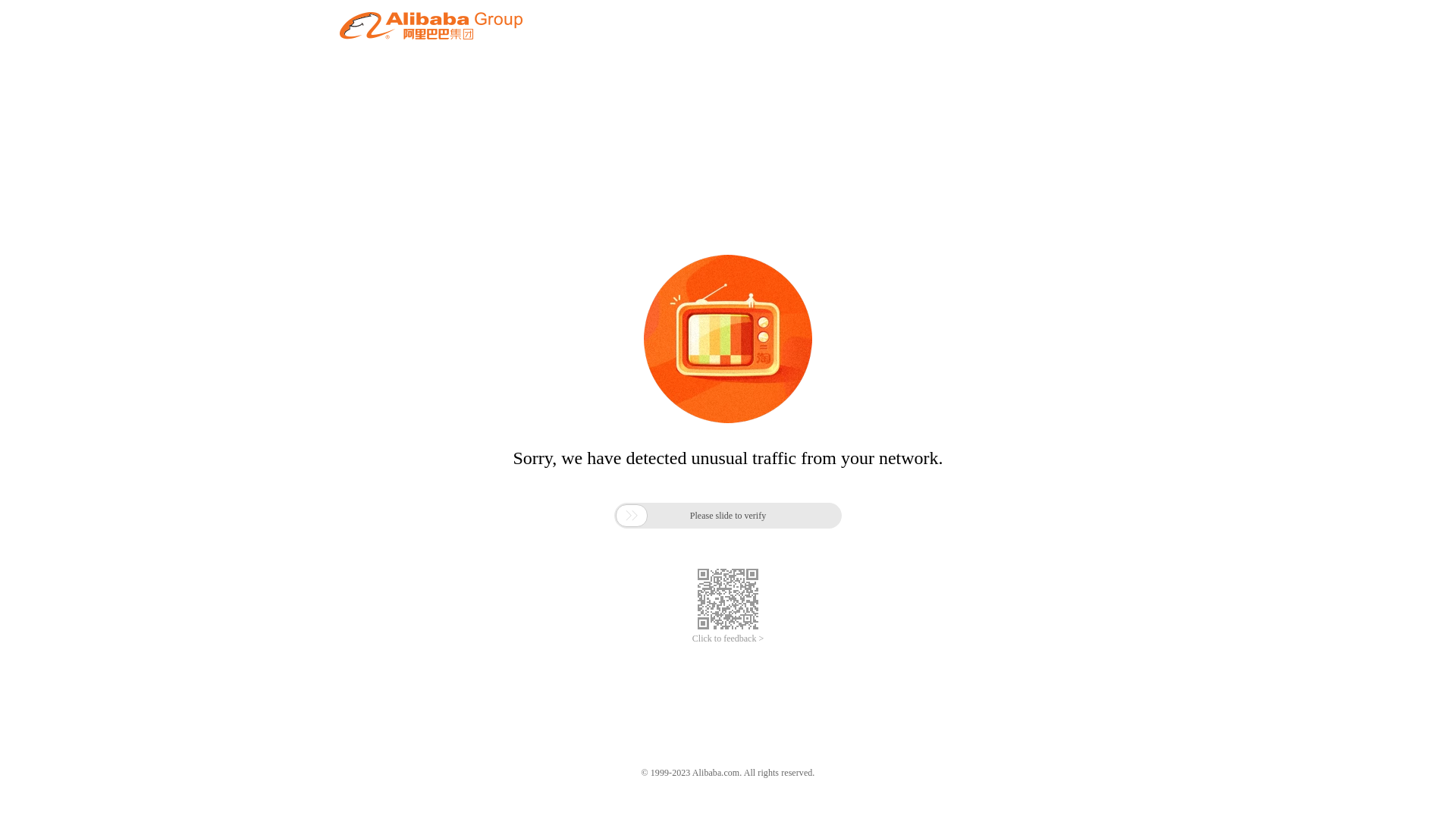  Describe the element at coordinates (691, 639) in the screenshot. I see `'Click to feedback >'` at that location.